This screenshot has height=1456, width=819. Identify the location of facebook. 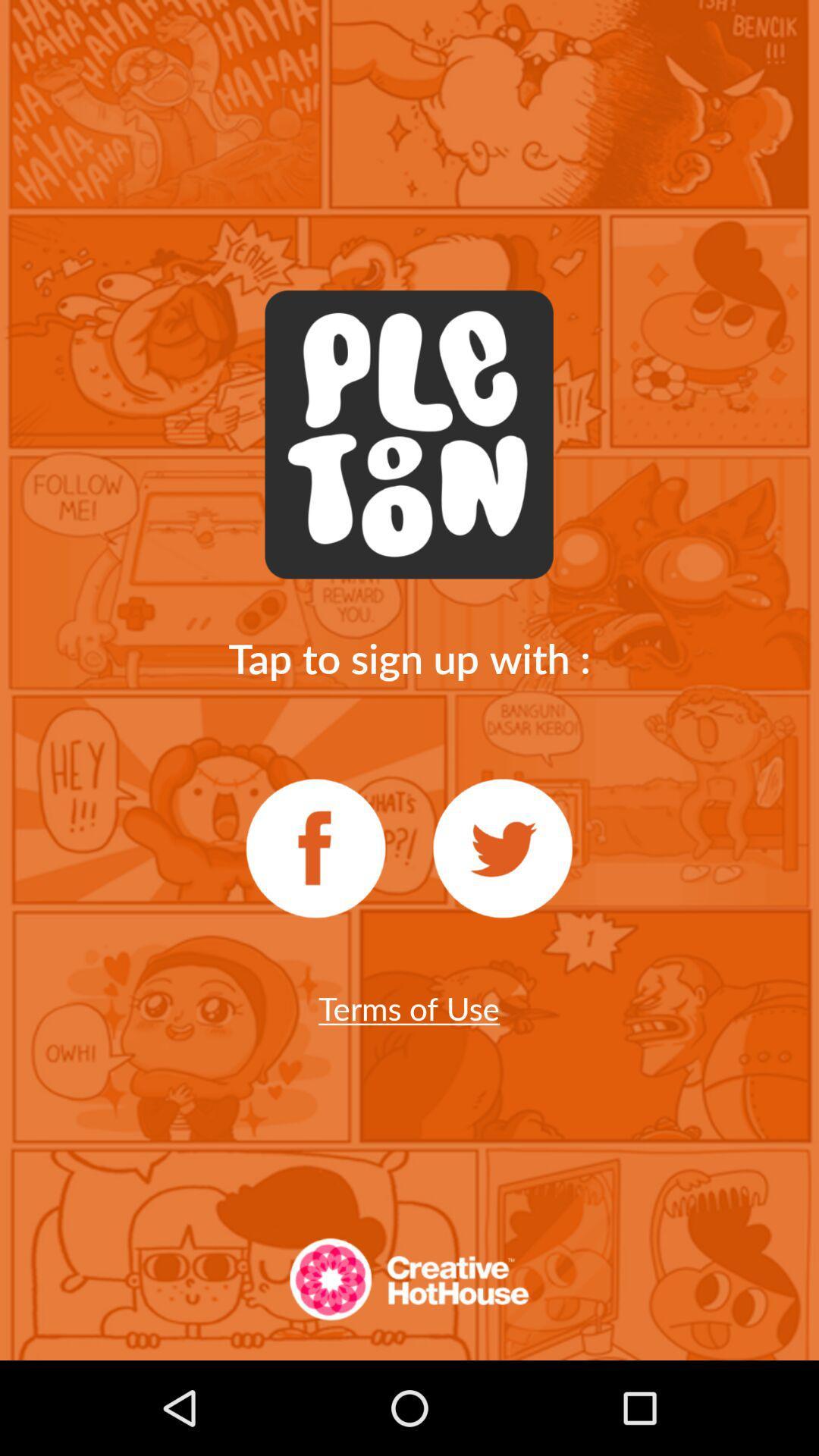
(315, 848).